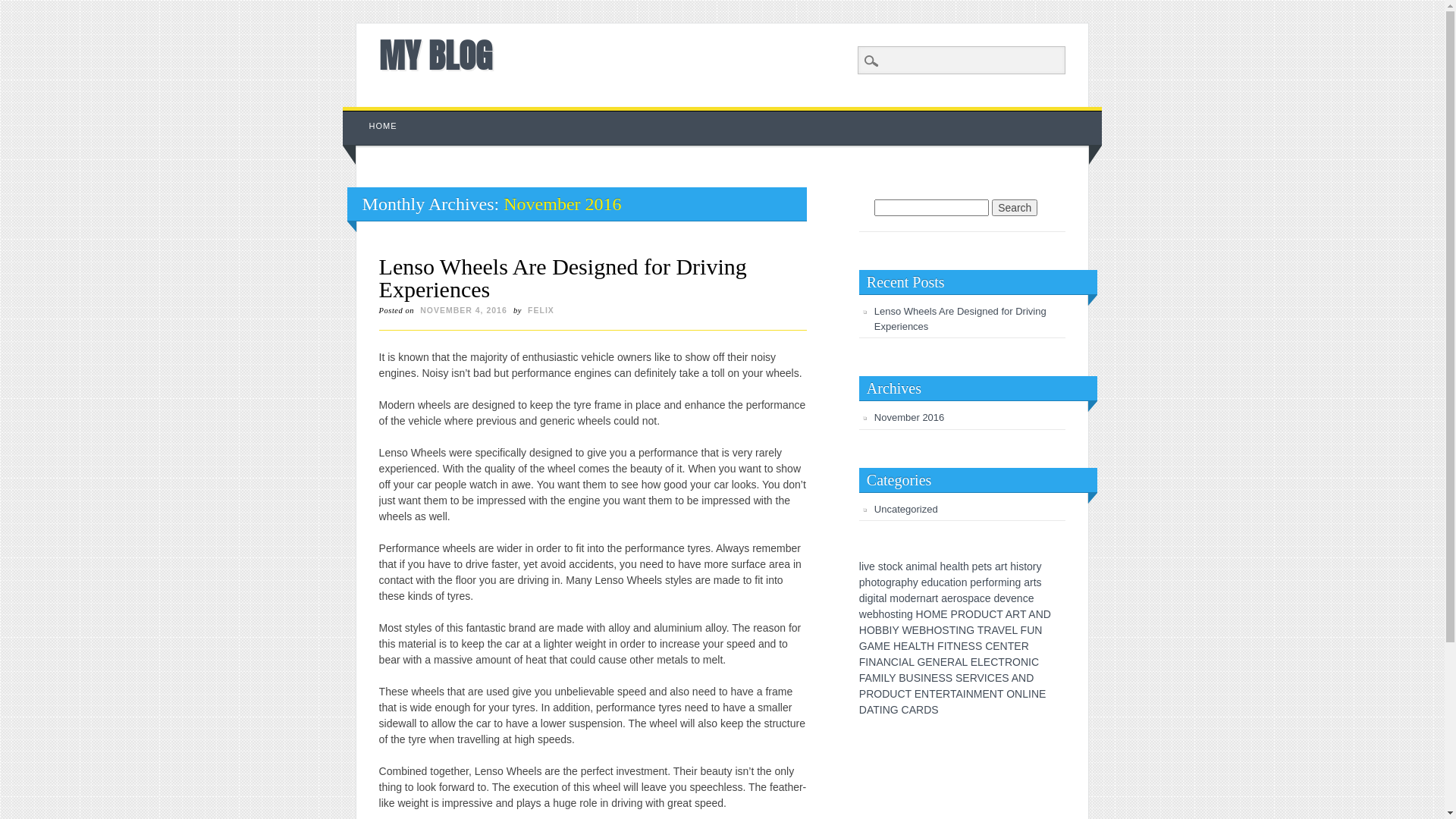 Image resolution: width=1456 pixels, height=819 pixels. I want to click on 's', so click(989, 566).